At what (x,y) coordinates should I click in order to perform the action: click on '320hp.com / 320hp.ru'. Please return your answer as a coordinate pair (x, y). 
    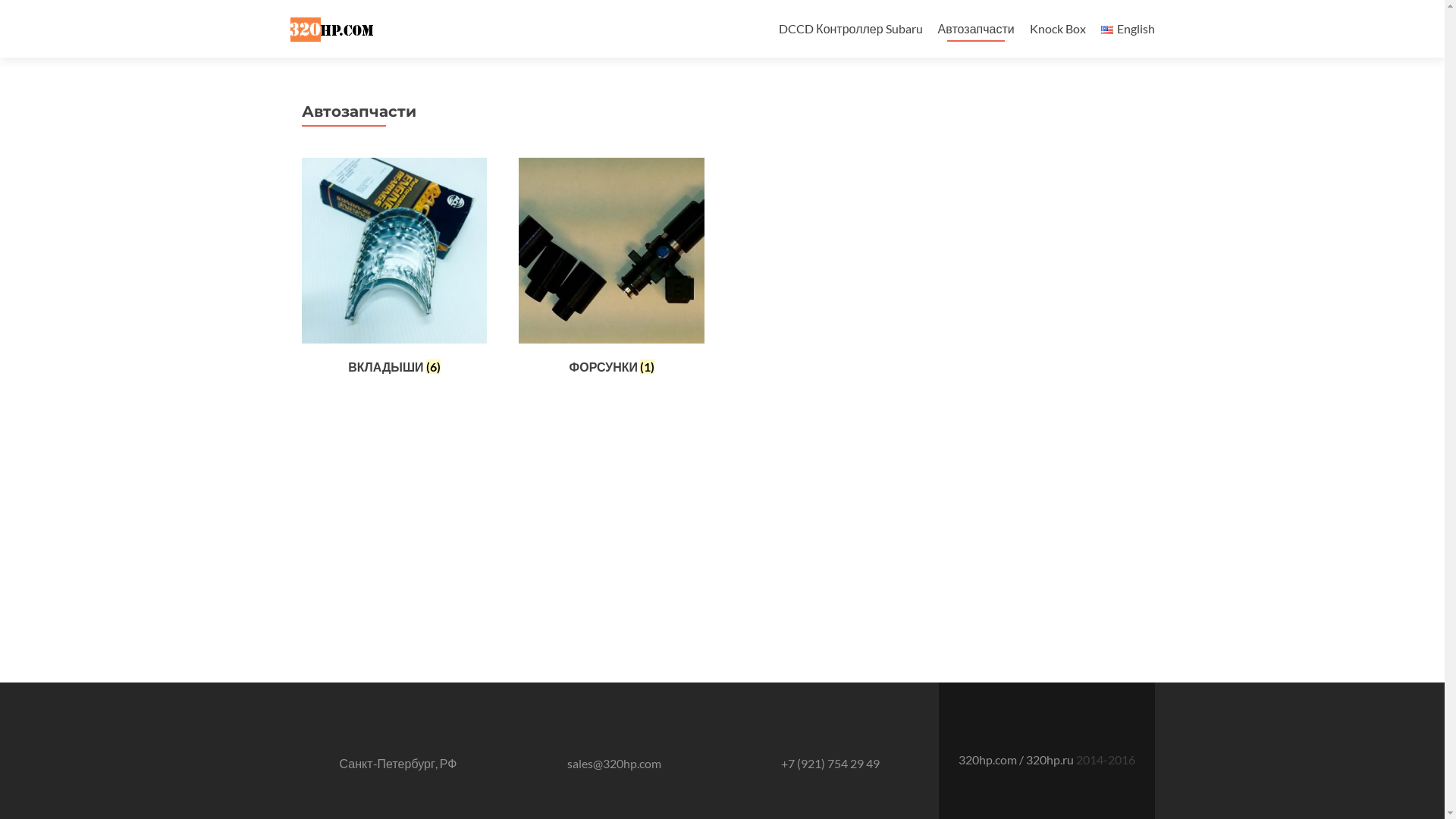
    Looking at the image, I should click on (1017, 759).